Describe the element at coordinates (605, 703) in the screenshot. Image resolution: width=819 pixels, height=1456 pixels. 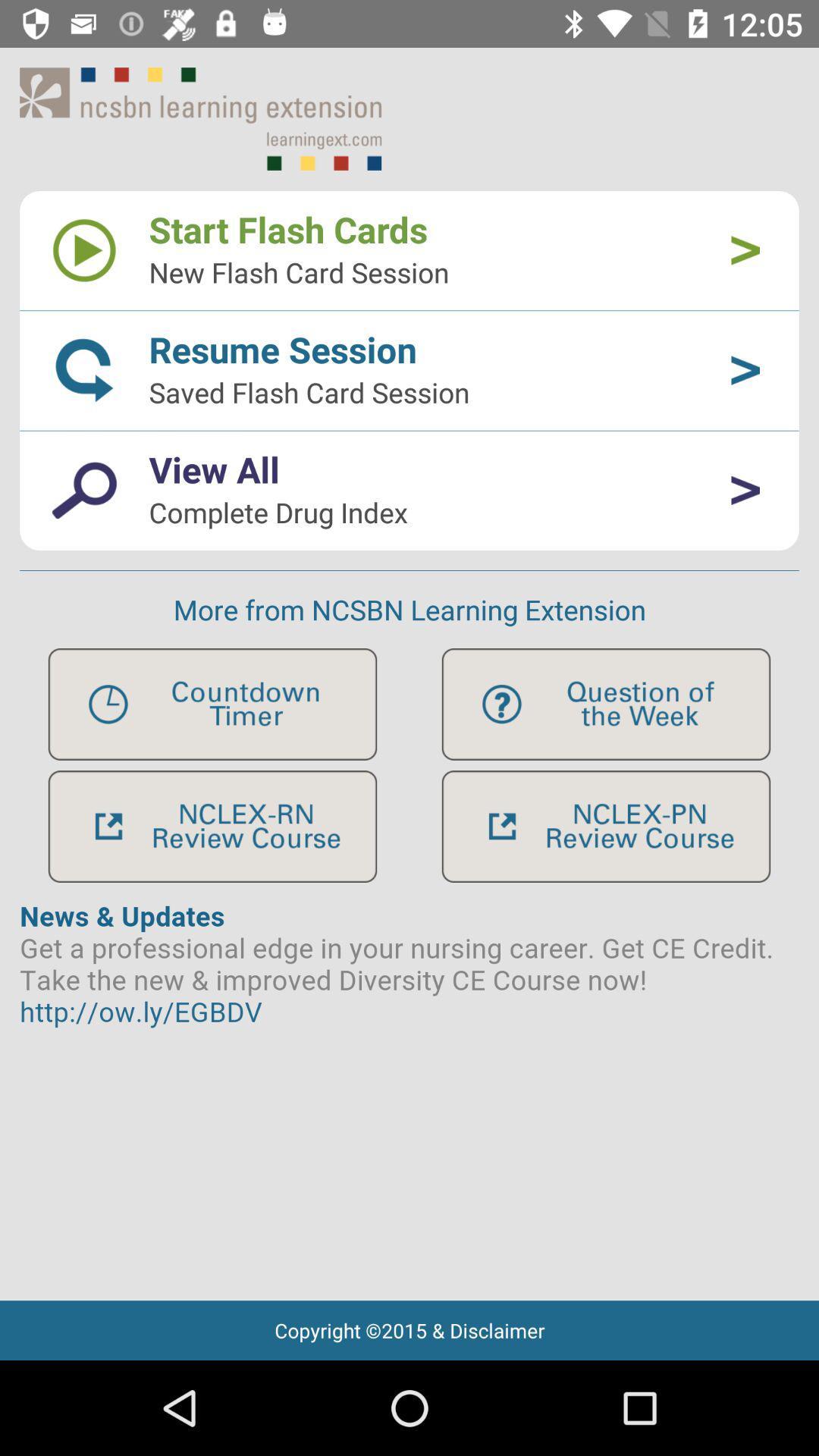
I see `app function icon` at that location.